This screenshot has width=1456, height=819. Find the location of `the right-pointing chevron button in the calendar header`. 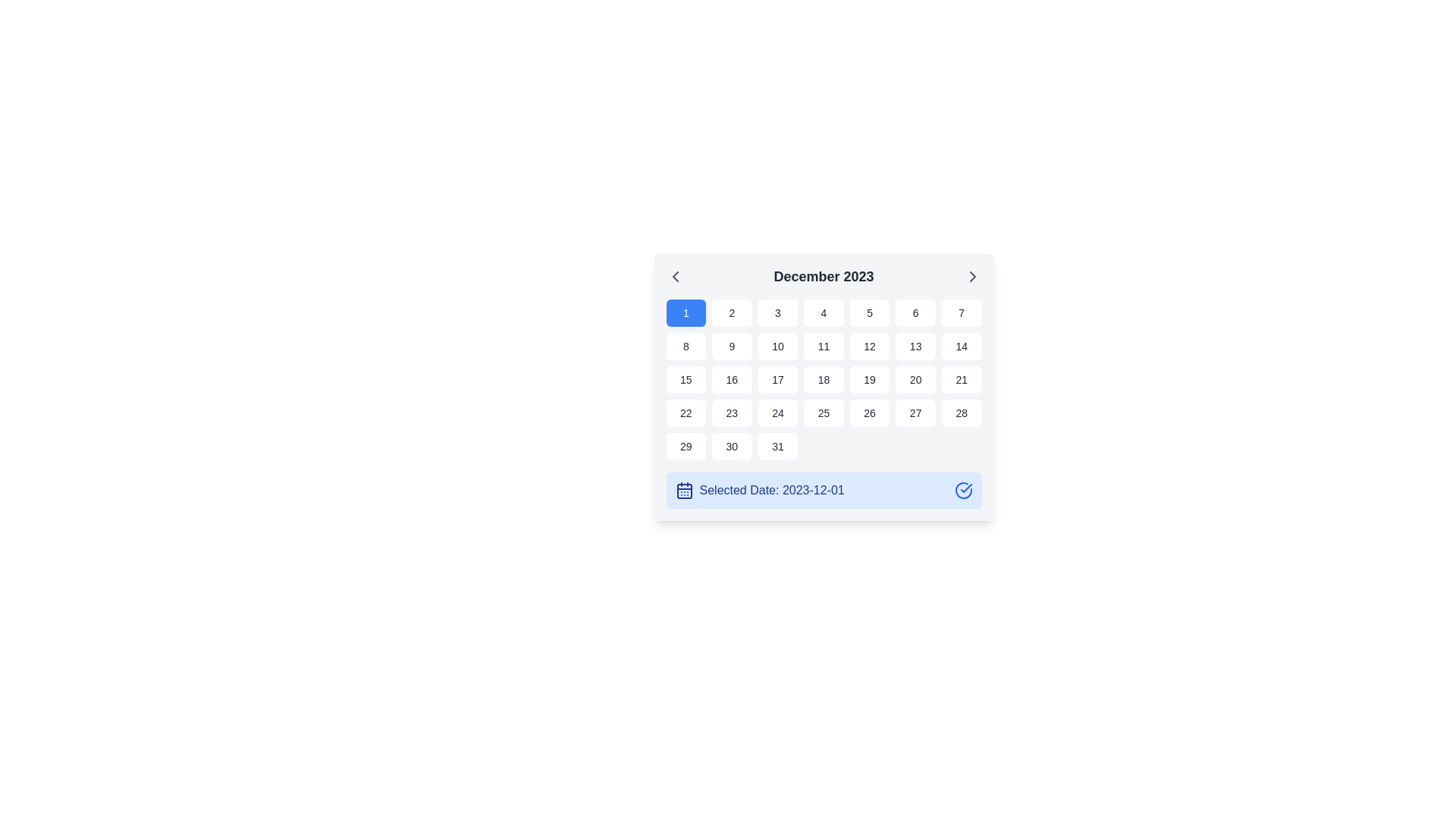

the right-pointing chevron button in the calendar header is located at coordinates (972, 277).